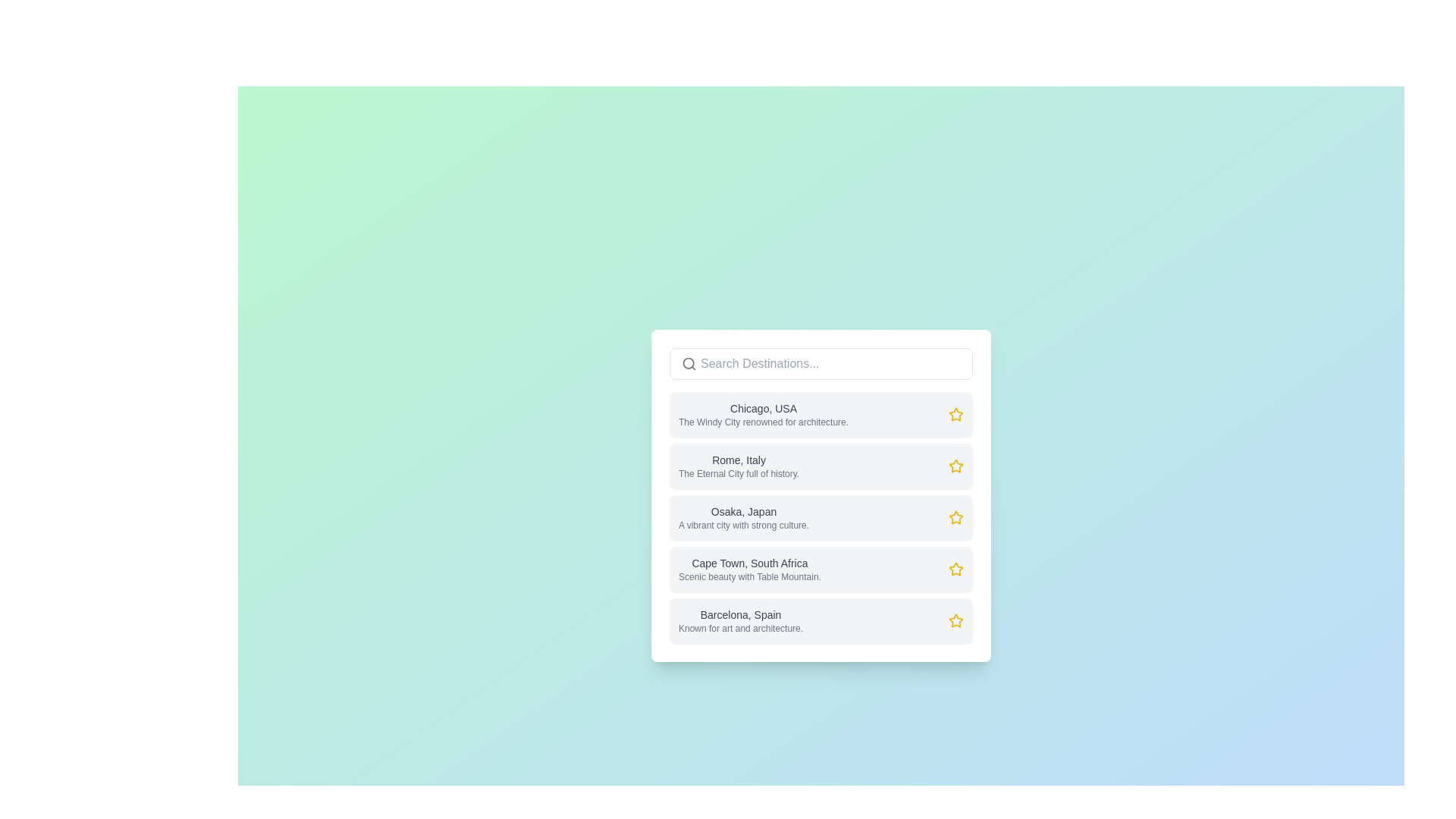  What do you see at coordinates (744, 512) in the screenshot?
I see `the title text label of the third destination entry, which is located above the subtitle 'A vibrant city with strong culture' and slightly to the left of the star icon button` at bounding box center [744, 512].